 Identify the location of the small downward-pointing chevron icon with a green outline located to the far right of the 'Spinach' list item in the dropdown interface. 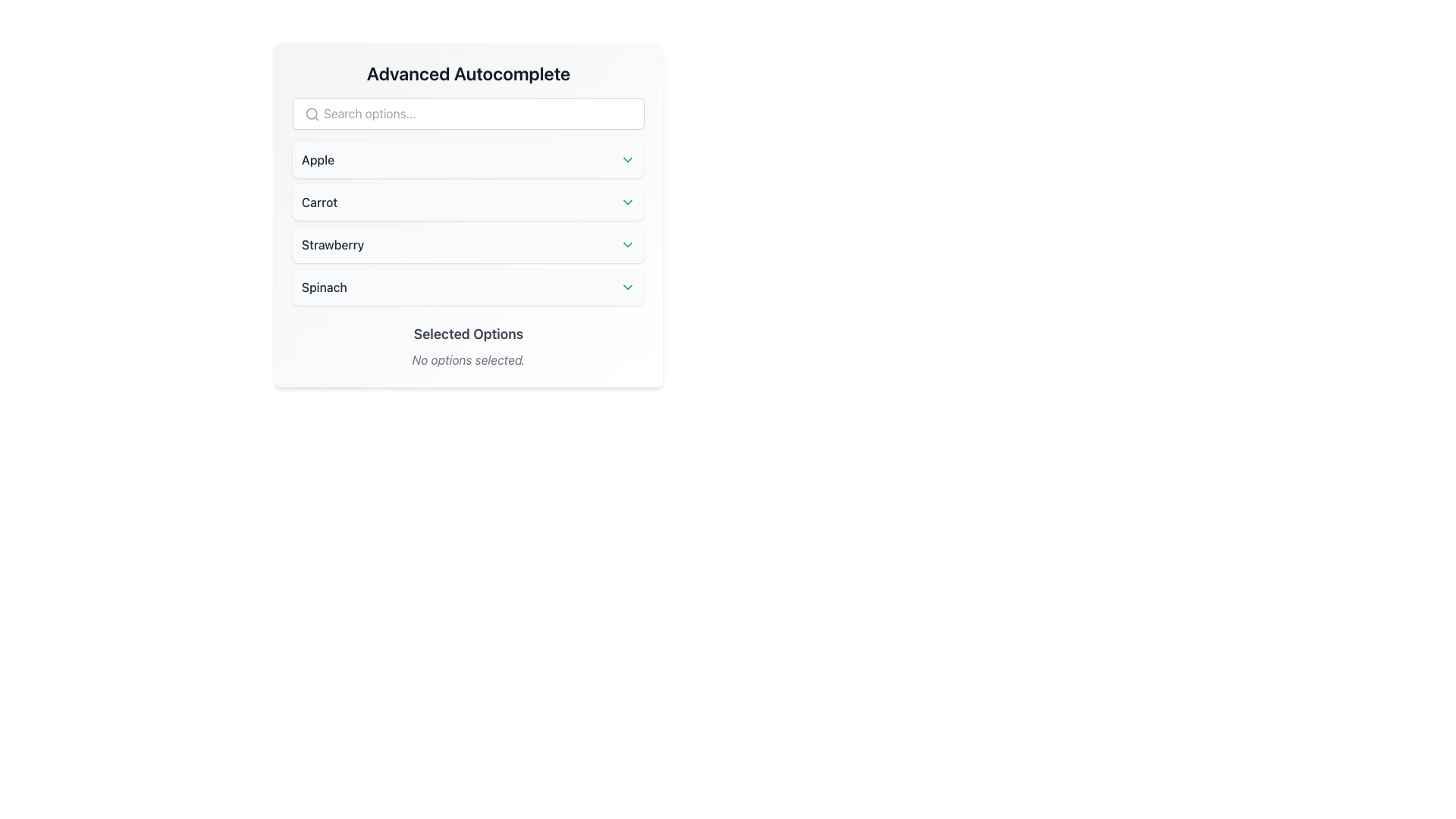
(628, 287).